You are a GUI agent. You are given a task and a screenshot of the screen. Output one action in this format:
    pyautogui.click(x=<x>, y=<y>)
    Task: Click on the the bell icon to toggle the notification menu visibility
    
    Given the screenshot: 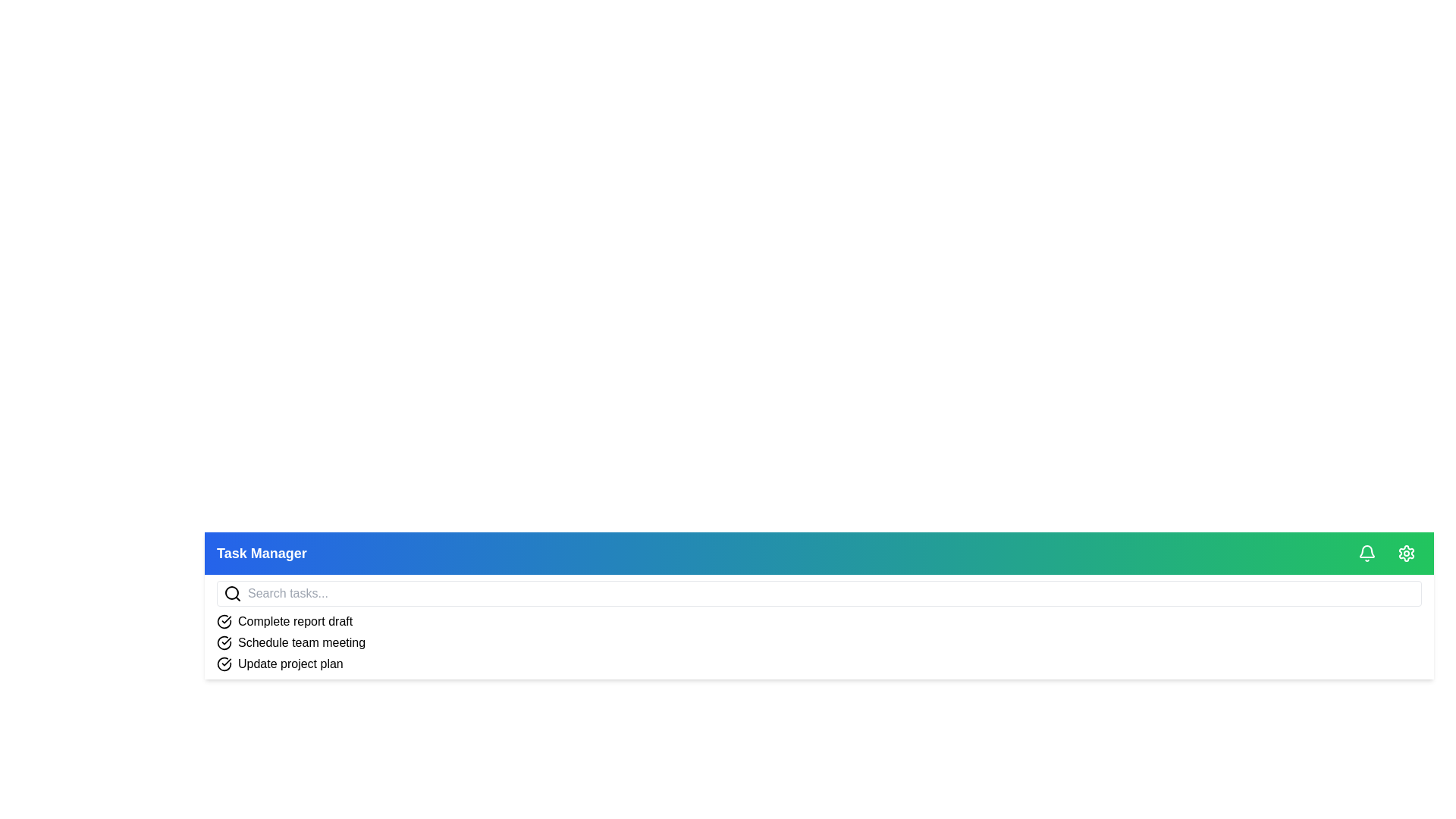 What is the action you would take?
    pyautogui.click(x=1367, y=553)
    